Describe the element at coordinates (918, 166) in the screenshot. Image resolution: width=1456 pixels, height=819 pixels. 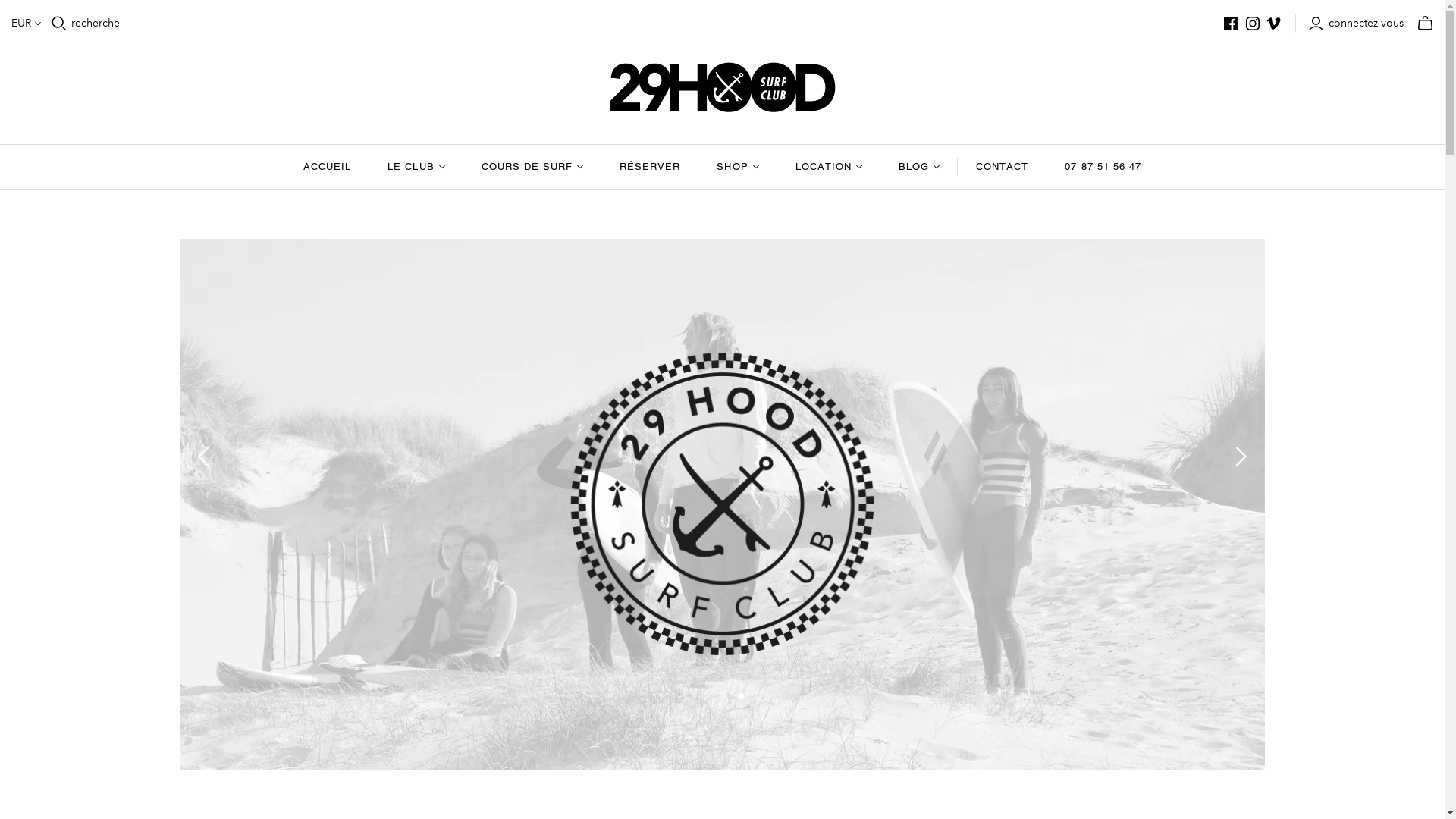
I see `'BLOG'` at that location.